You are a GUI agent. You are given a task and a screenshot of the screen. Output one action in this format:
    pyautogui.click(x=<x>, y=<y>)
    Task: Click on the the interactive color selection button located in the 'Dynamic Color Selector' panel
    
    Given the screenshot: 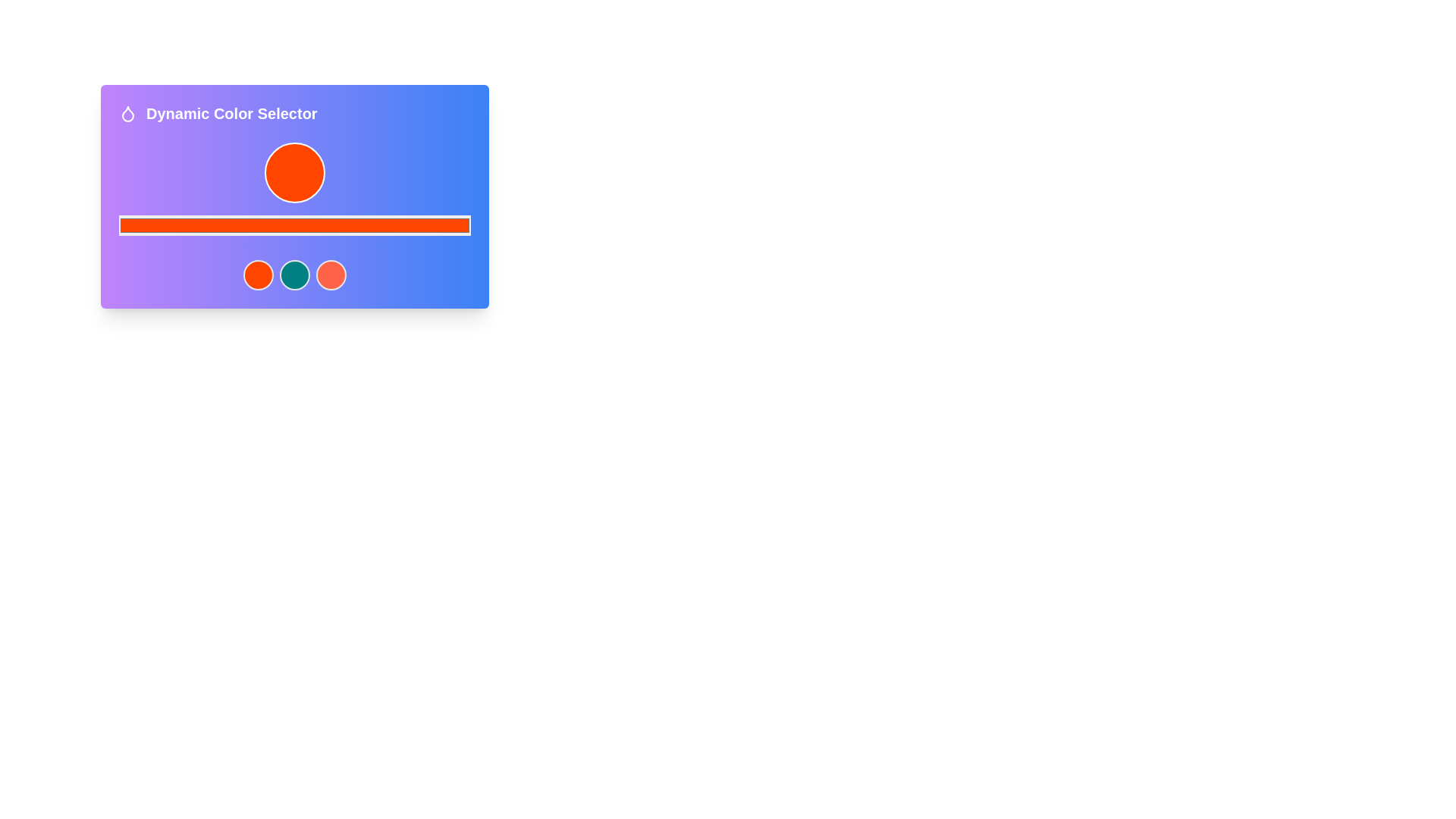 What is the action you would take?
    pyautogui.click(x=330, y=275)
    